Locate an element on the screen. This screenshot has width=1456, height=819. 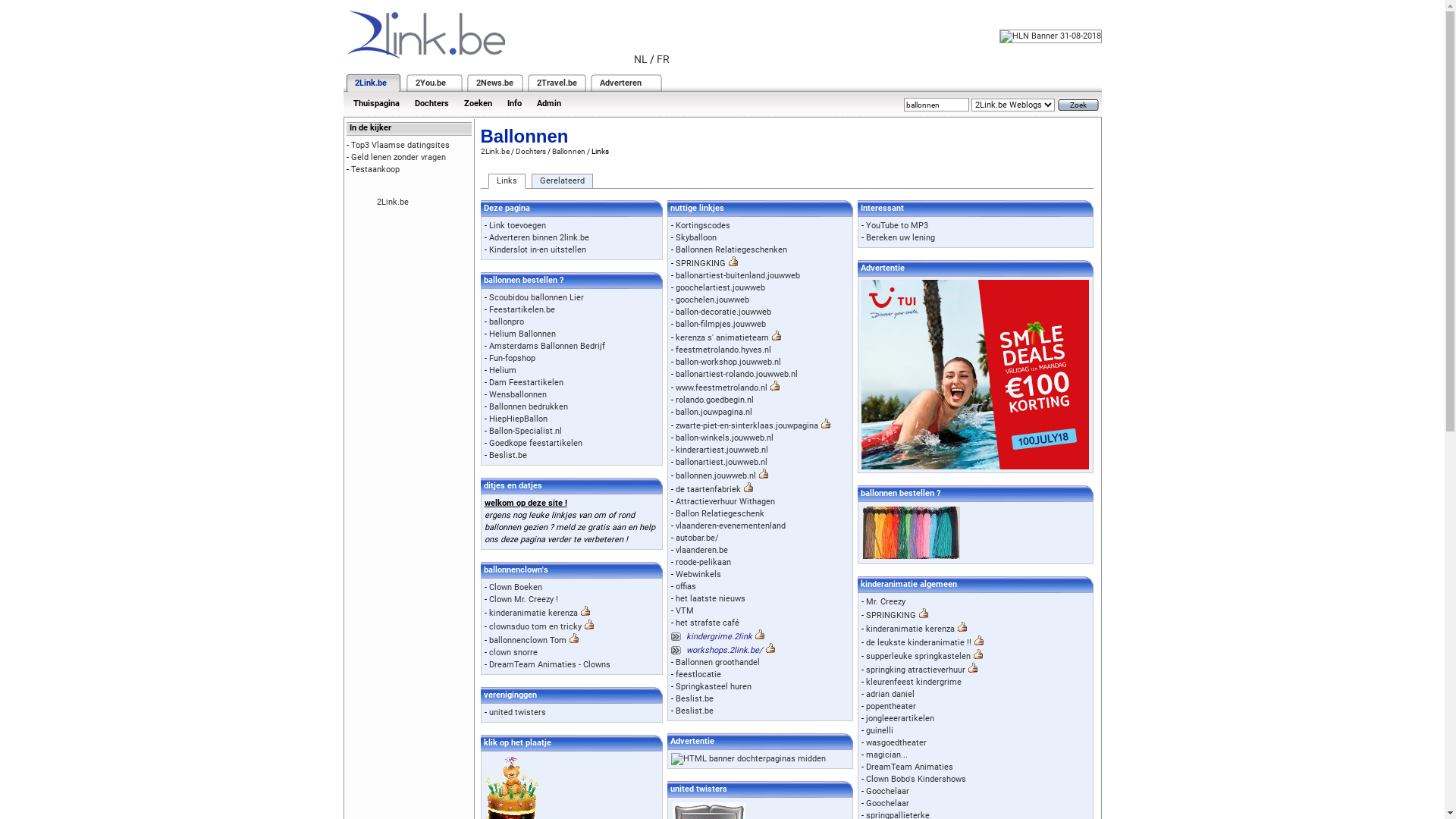
'DreamTeam Animaties' is located at coordinates (909, 767).